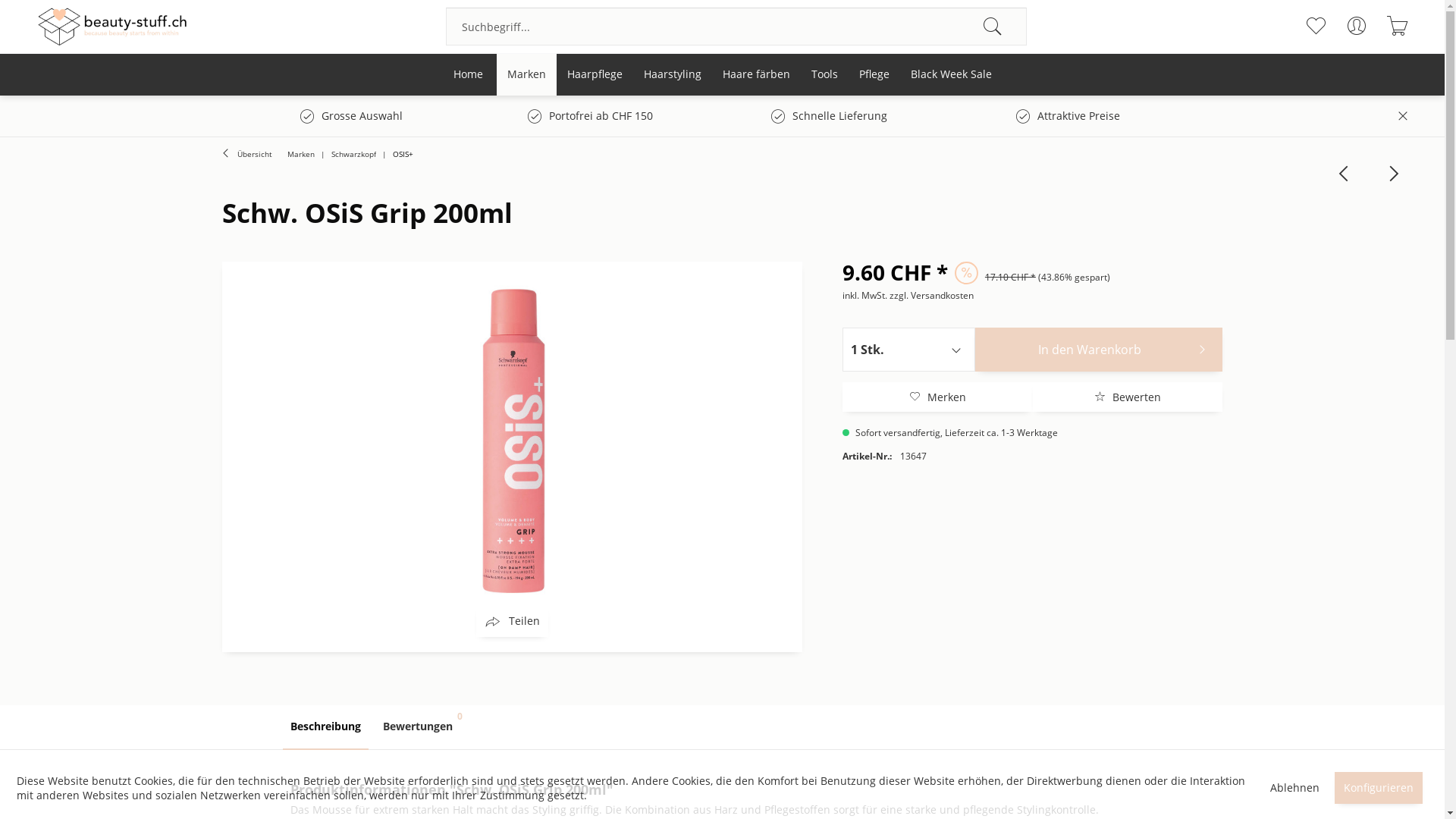 The width and height of the screenshot is (1456, 819). What do you see at coordinates (671, 74) in the screenshot?
I see `'Haarstyling'` at bounding box center [671, 74].